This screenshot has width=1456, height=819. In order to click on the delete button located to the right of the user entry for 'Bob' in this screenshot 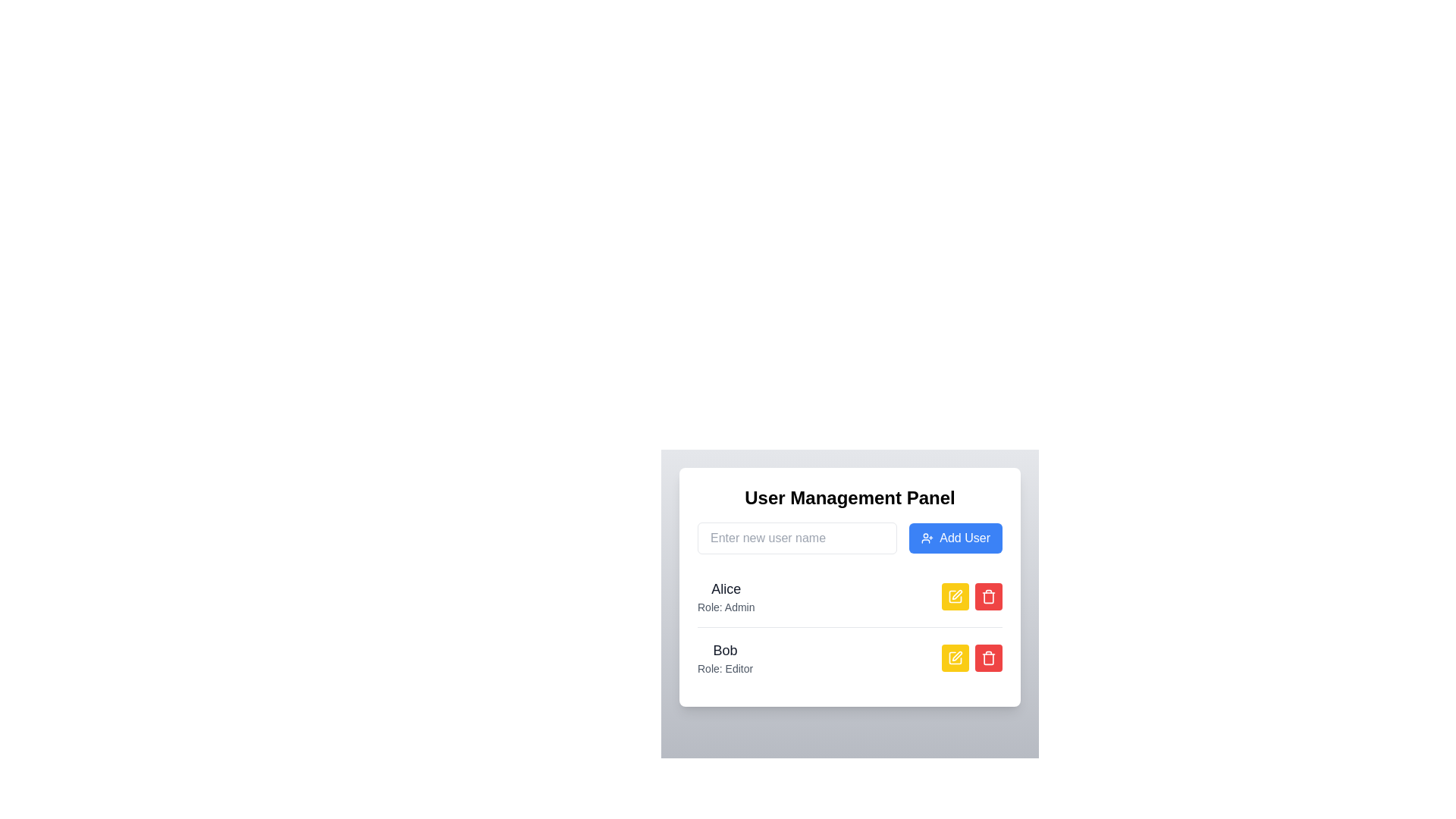, I will do `click(989, 657)`.